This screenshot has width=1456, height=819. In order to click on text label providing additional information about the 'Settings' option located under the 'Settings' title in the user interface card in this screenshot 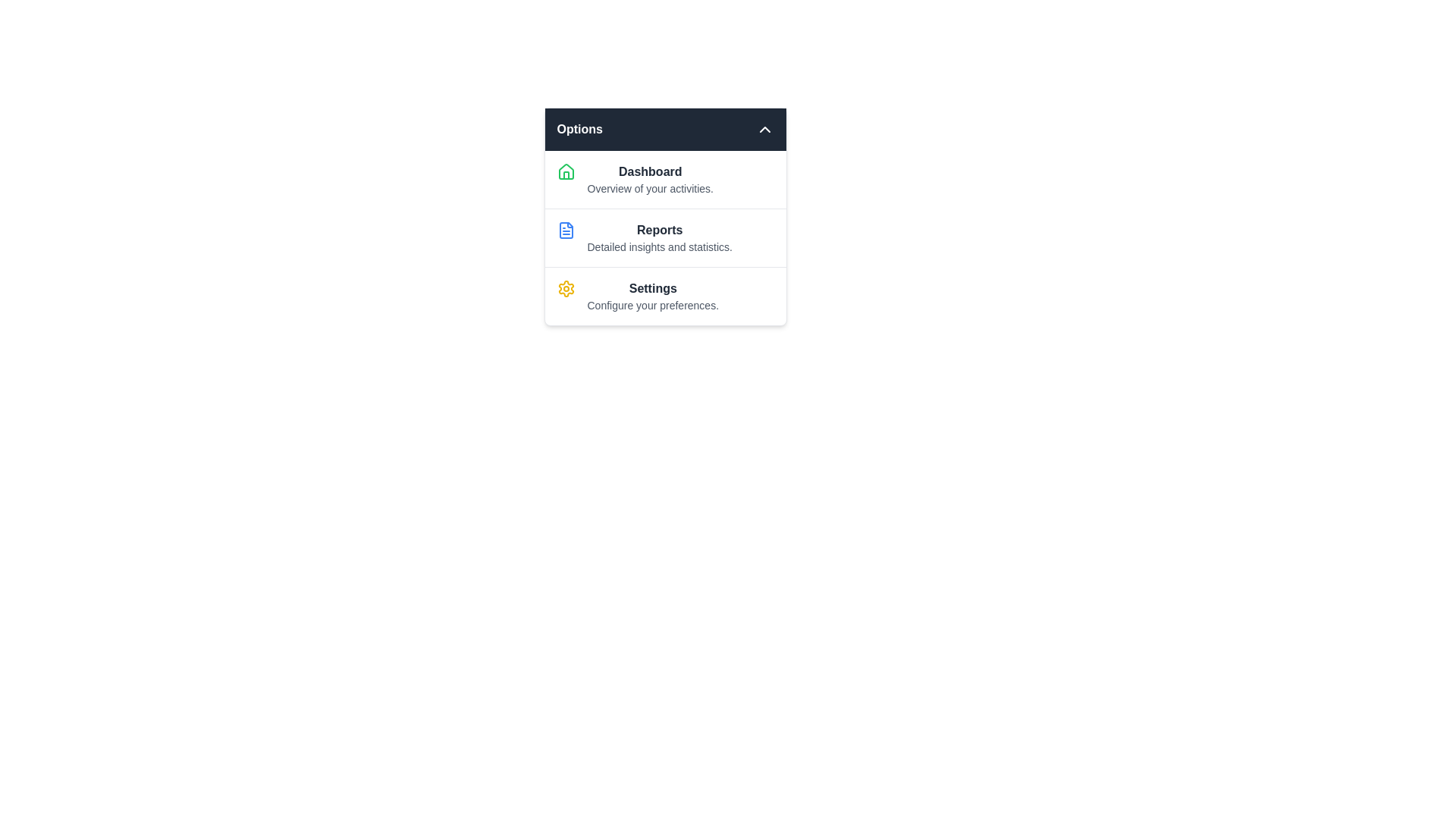, I will do `click(653, 305)`.